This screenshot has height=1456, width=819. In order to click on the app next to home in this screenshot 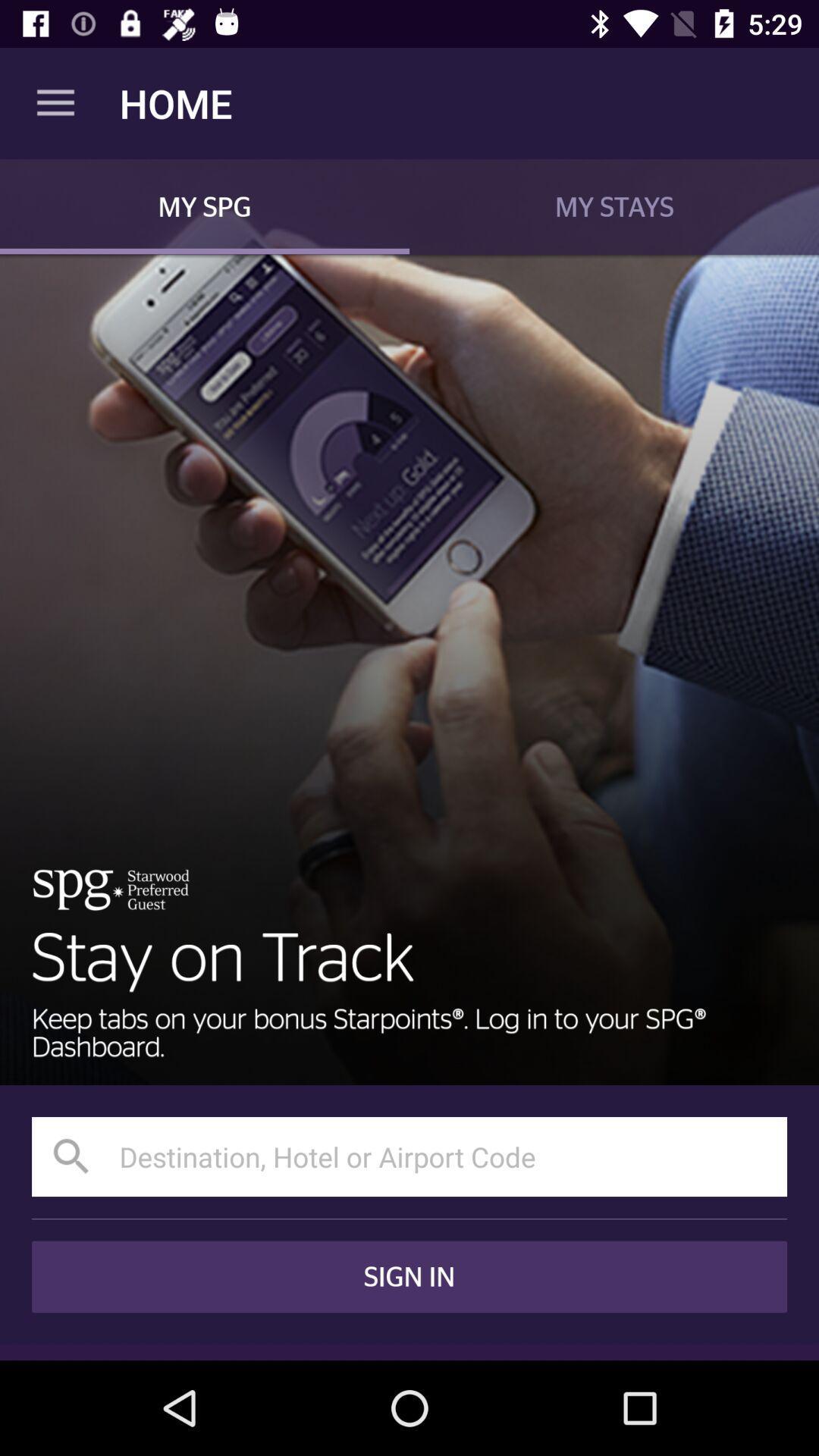, I will do `click(55, 102)`.